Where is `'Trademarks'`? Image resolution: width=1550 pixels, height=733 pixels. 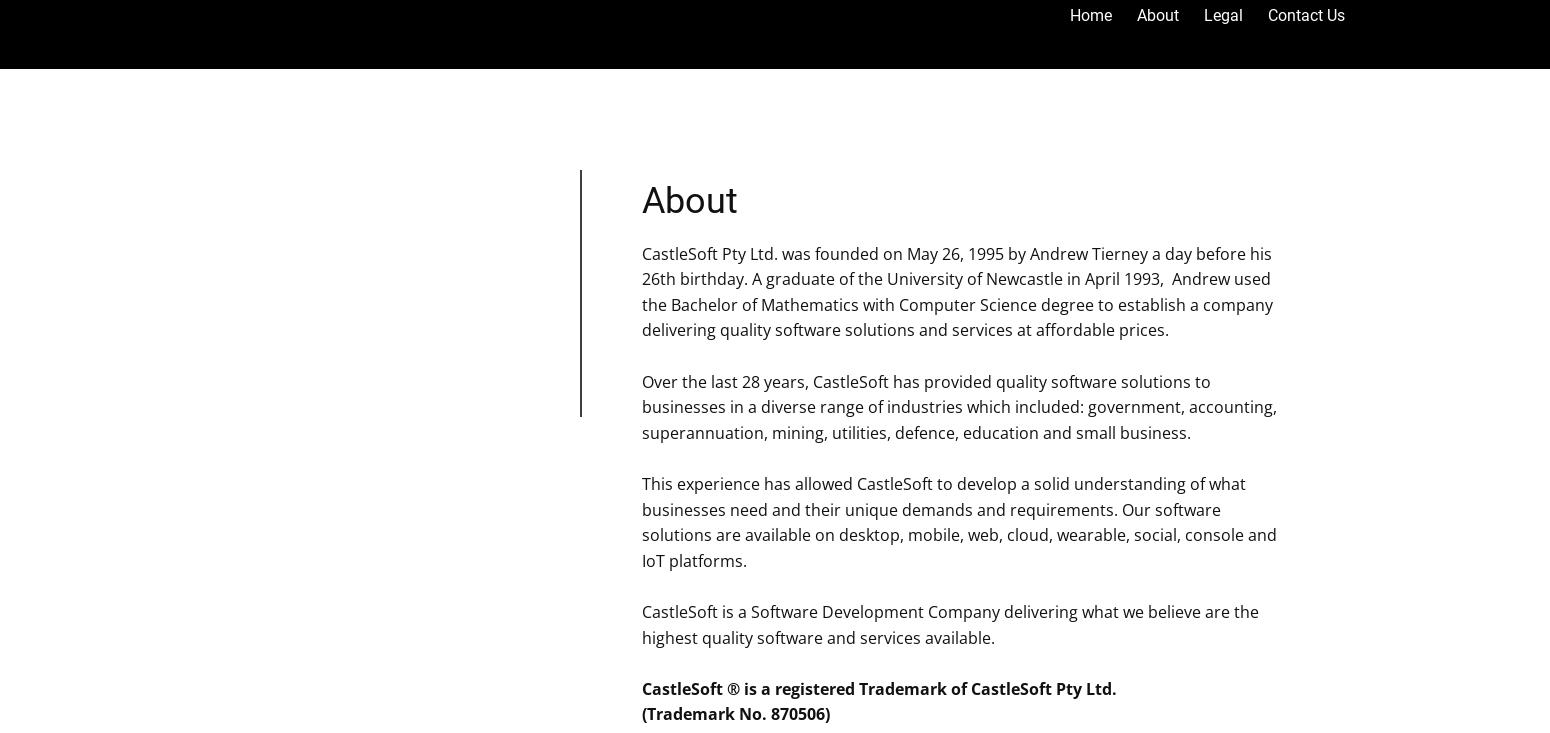
'Trademarks' is located at coordinates (1224, 156).